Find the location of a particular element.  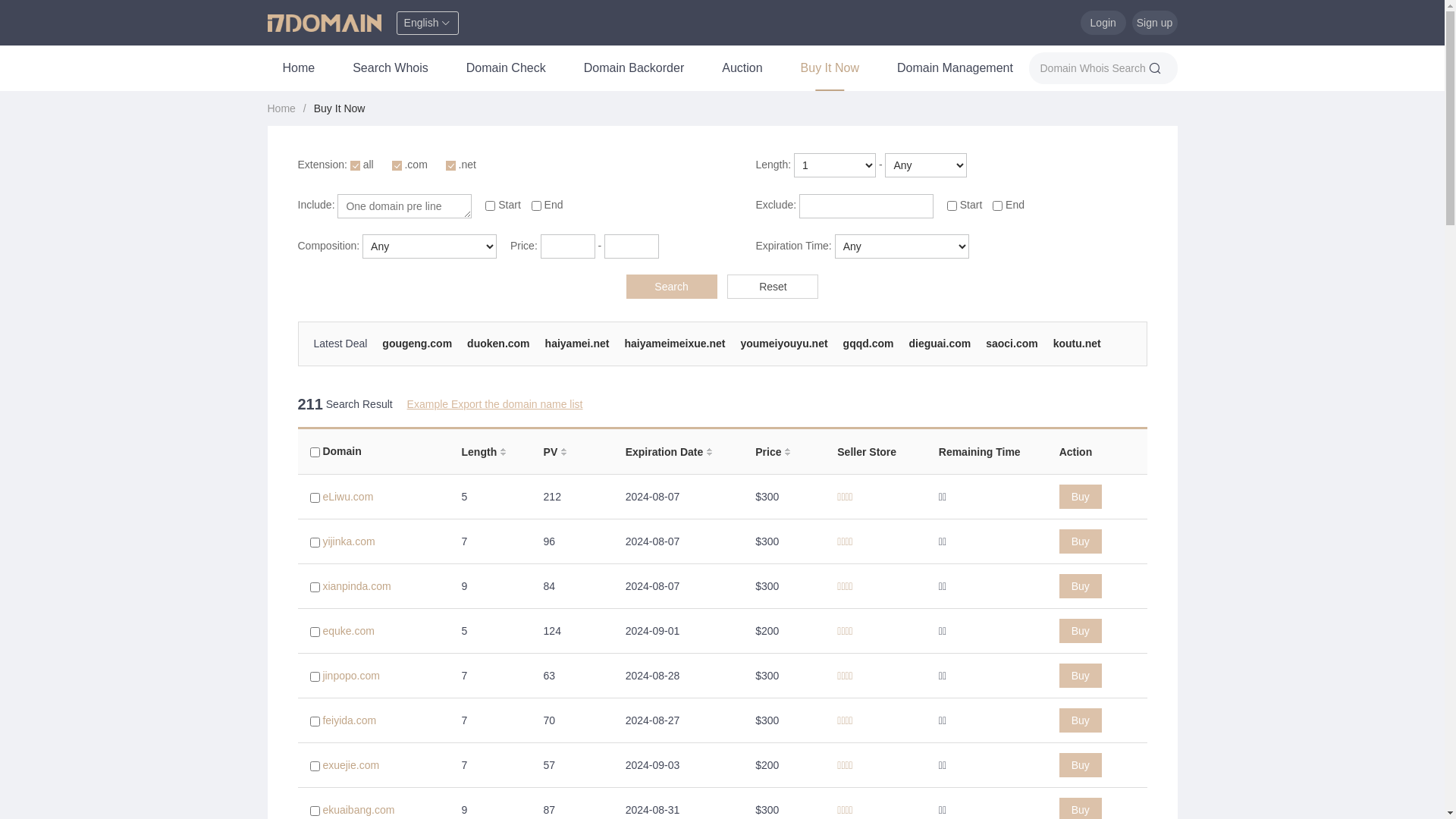

'dieguai.com' is located at coordinates (908, 343).